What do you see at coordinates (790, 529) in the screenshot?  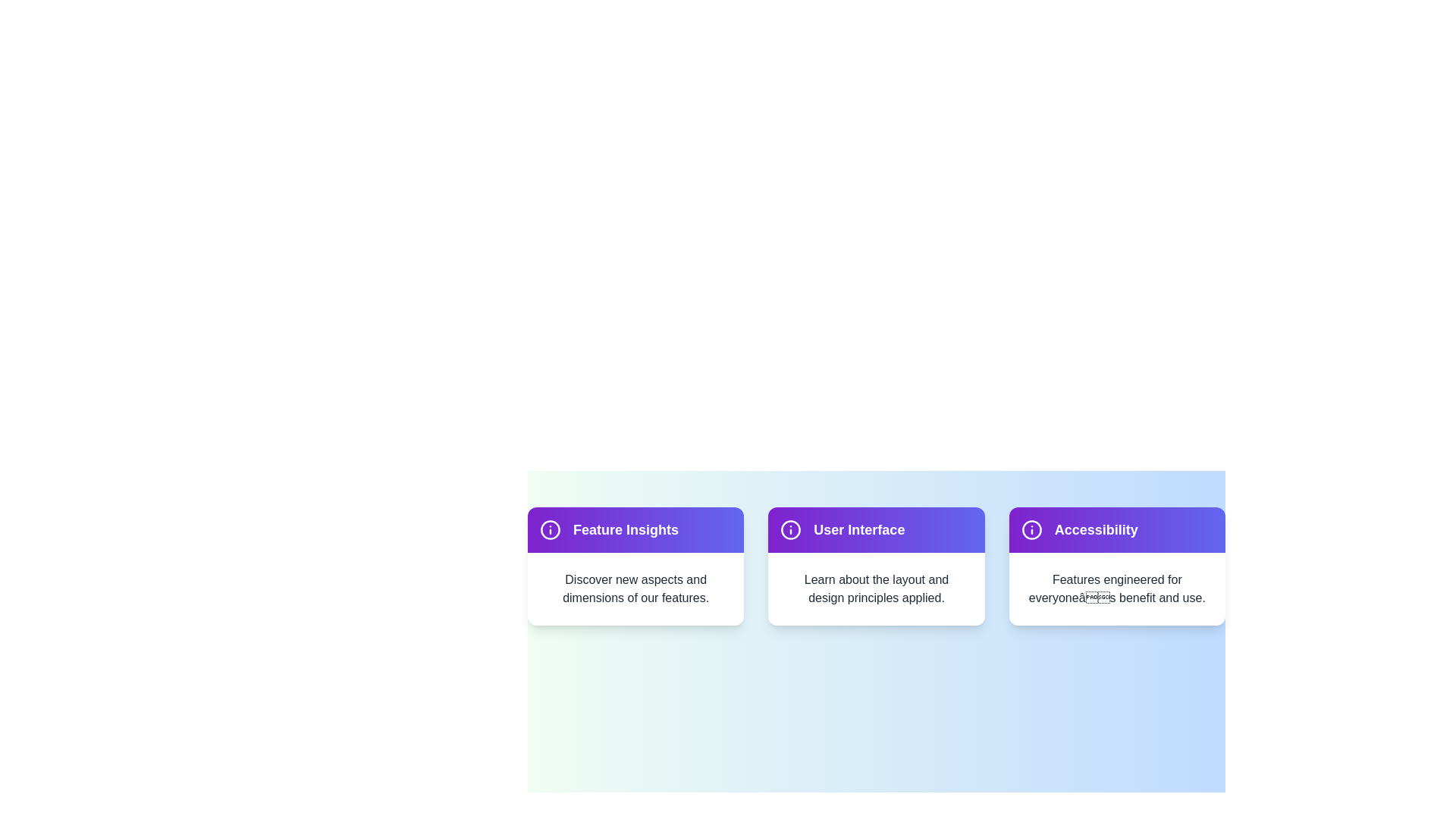 I see `the circular graphical shape centered within the icon in the second card labeled 'User Interface'` at bounding box center [790, 529].